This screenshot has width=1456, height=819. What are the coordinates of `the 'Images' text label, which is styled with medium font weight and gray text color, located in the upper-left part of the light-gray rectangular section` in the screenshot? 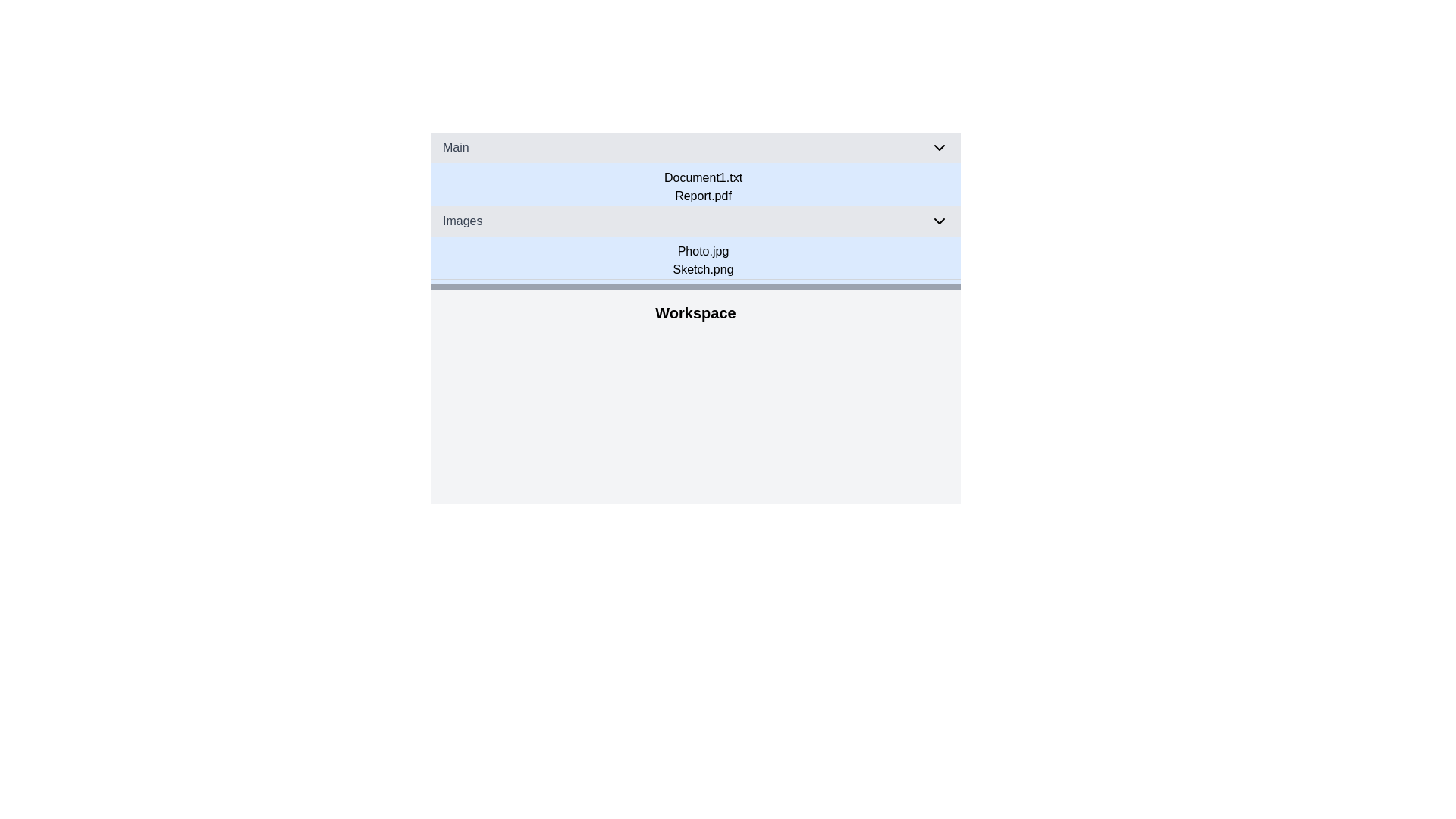 It's located at (462, 221).